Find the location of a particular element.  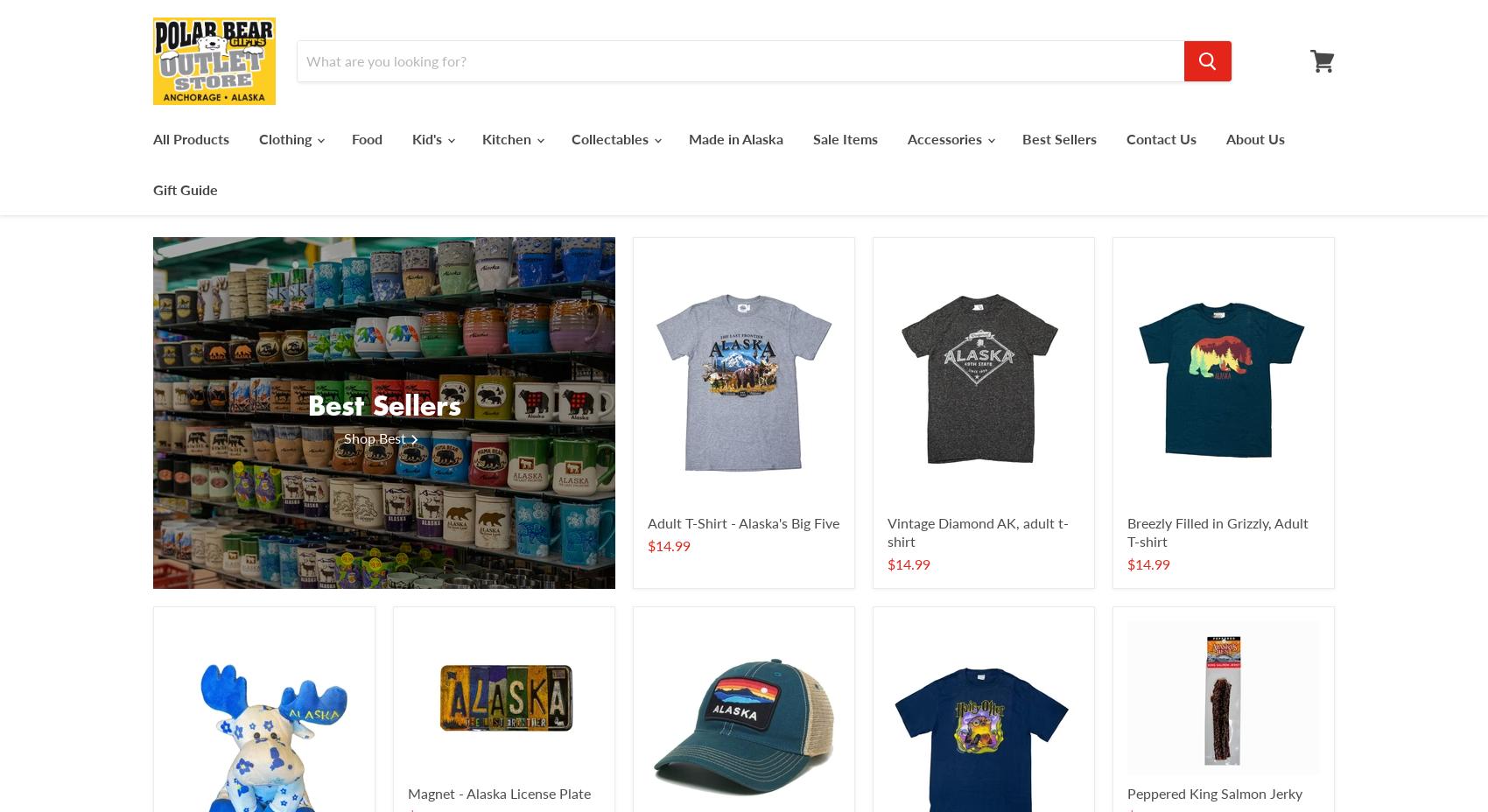

'Adult T-Shirt - Alaska's Big Five' is located at coordinates (648, 521).